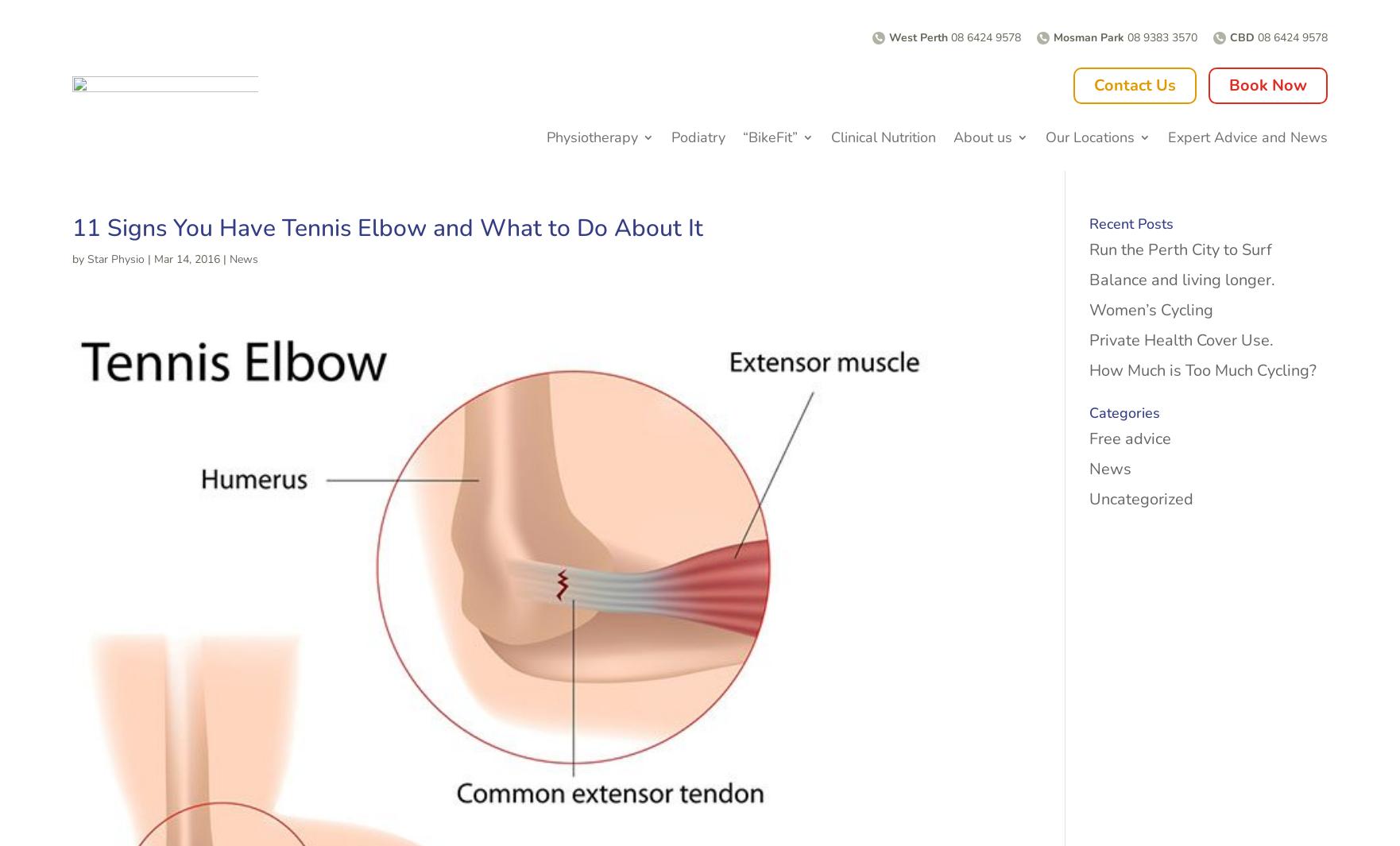 The image size is (1400, 846). I want to click on 'Pilates', so click(574, 346).